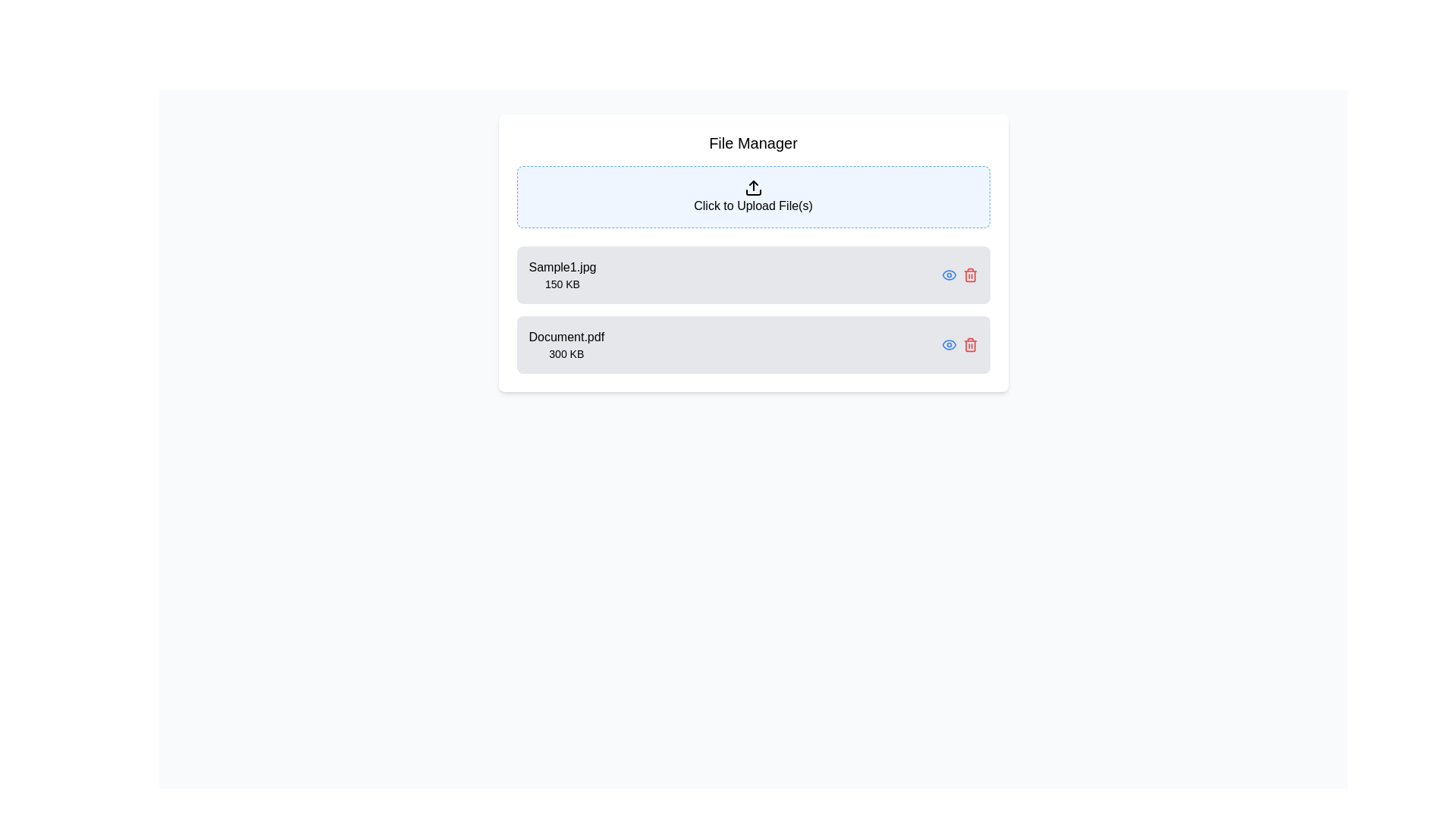 The width and height of the screenshot is (1456, 819). What do you see at coordinates (969, 276) in the screenshot?
I see `the trash can icon located in the bottom-right corner of the file entry row` at bounding box center [969, 276].